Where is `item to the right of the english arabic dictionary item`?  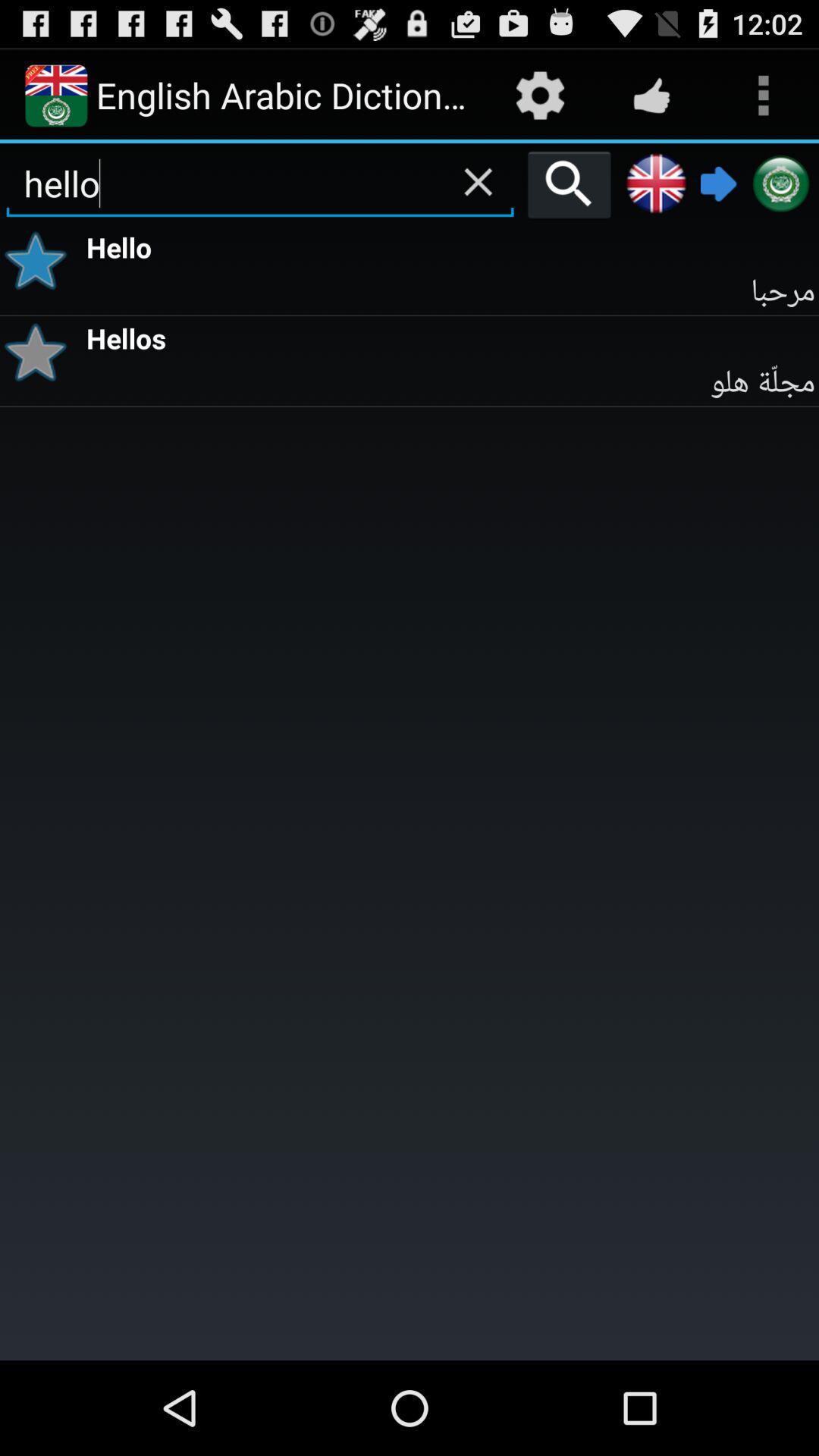 item to the right of the english arabic dictionary item is located at coordinates (539, 94).